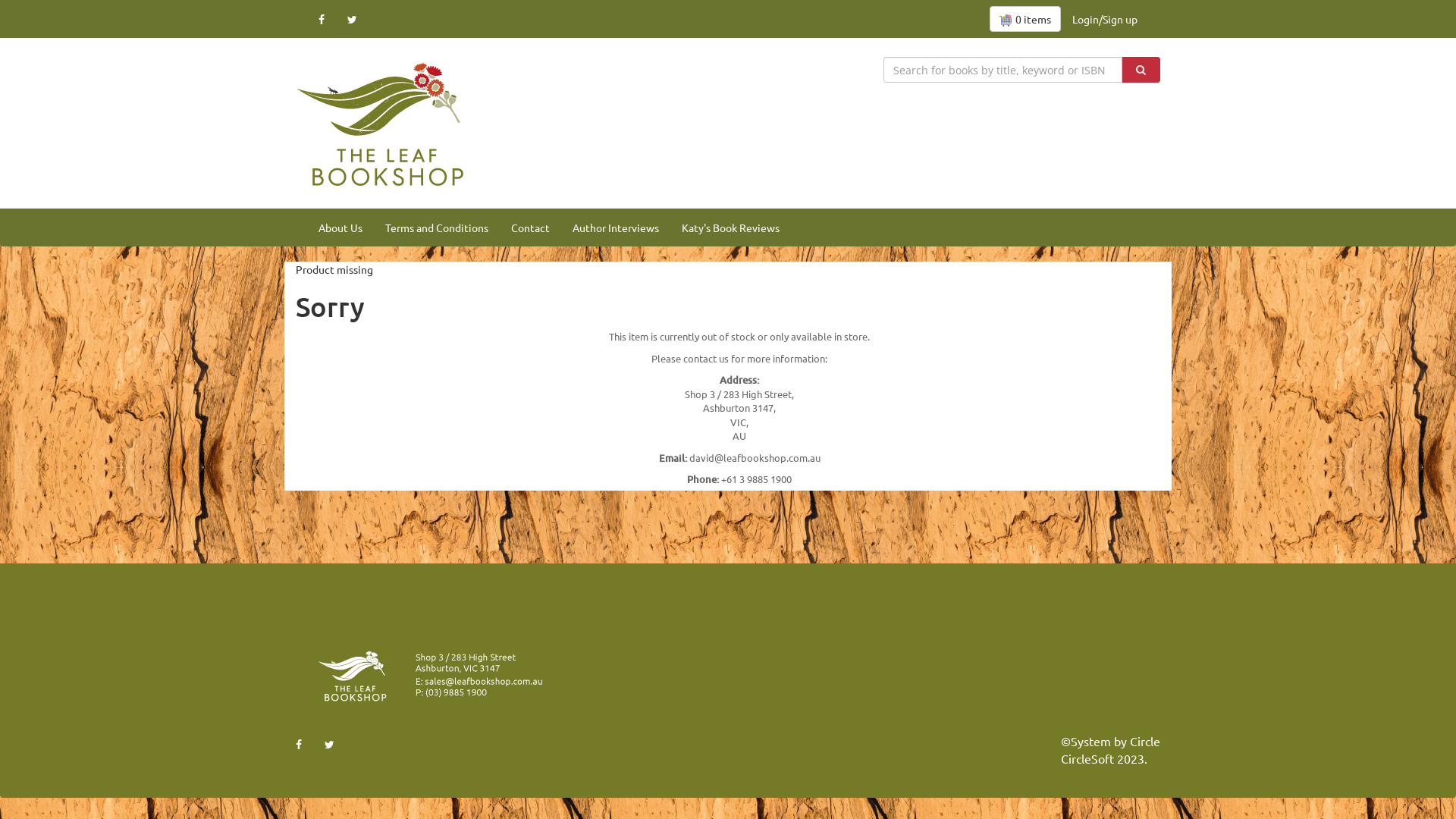  Describe the element at coordinates (1105, 18) in the screenshot. I see `'Login/Sign up'` at that location.